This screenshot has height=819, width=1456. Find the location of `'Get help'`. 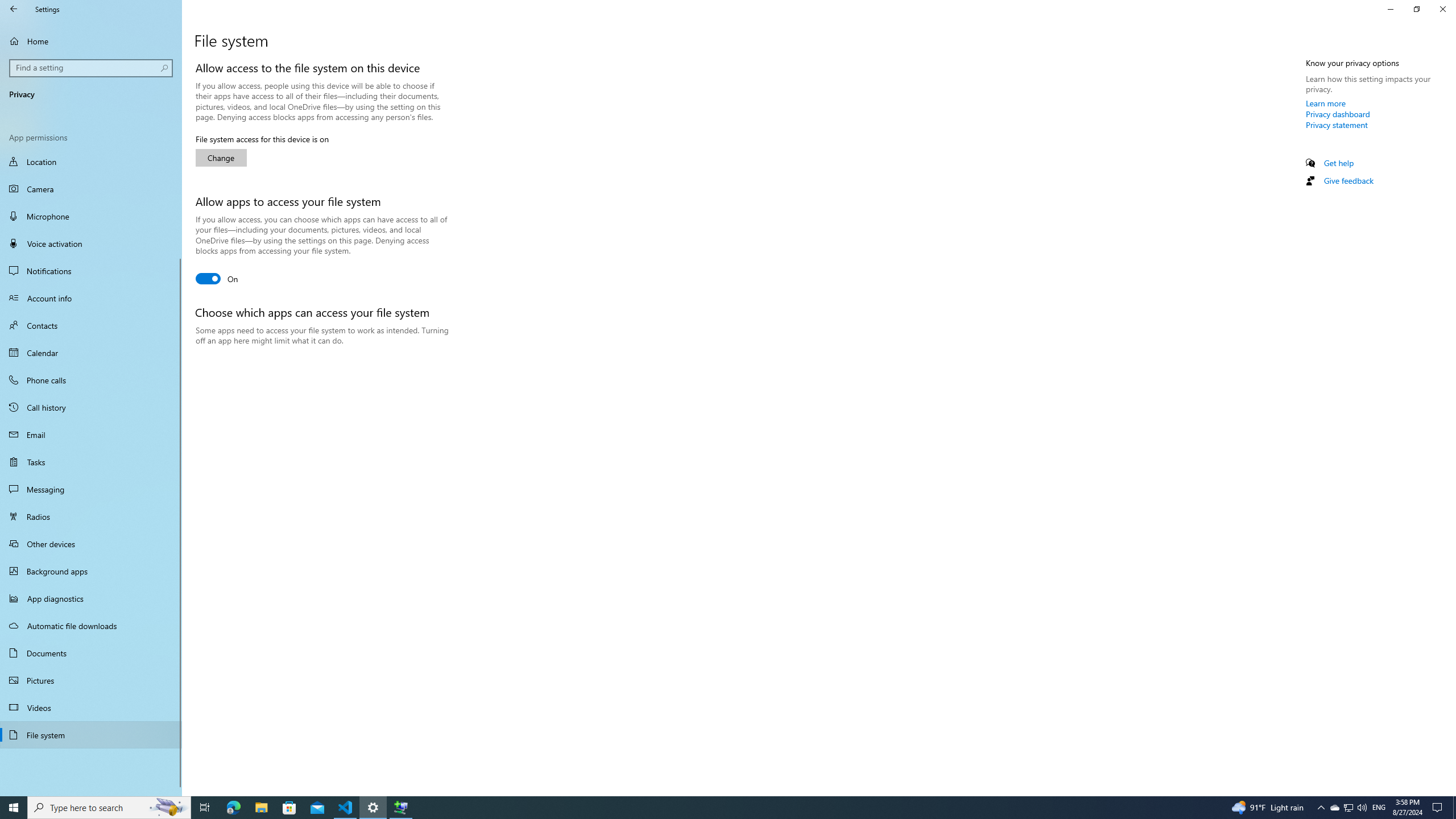

'Get help' is located at coordinates (1338, 163).